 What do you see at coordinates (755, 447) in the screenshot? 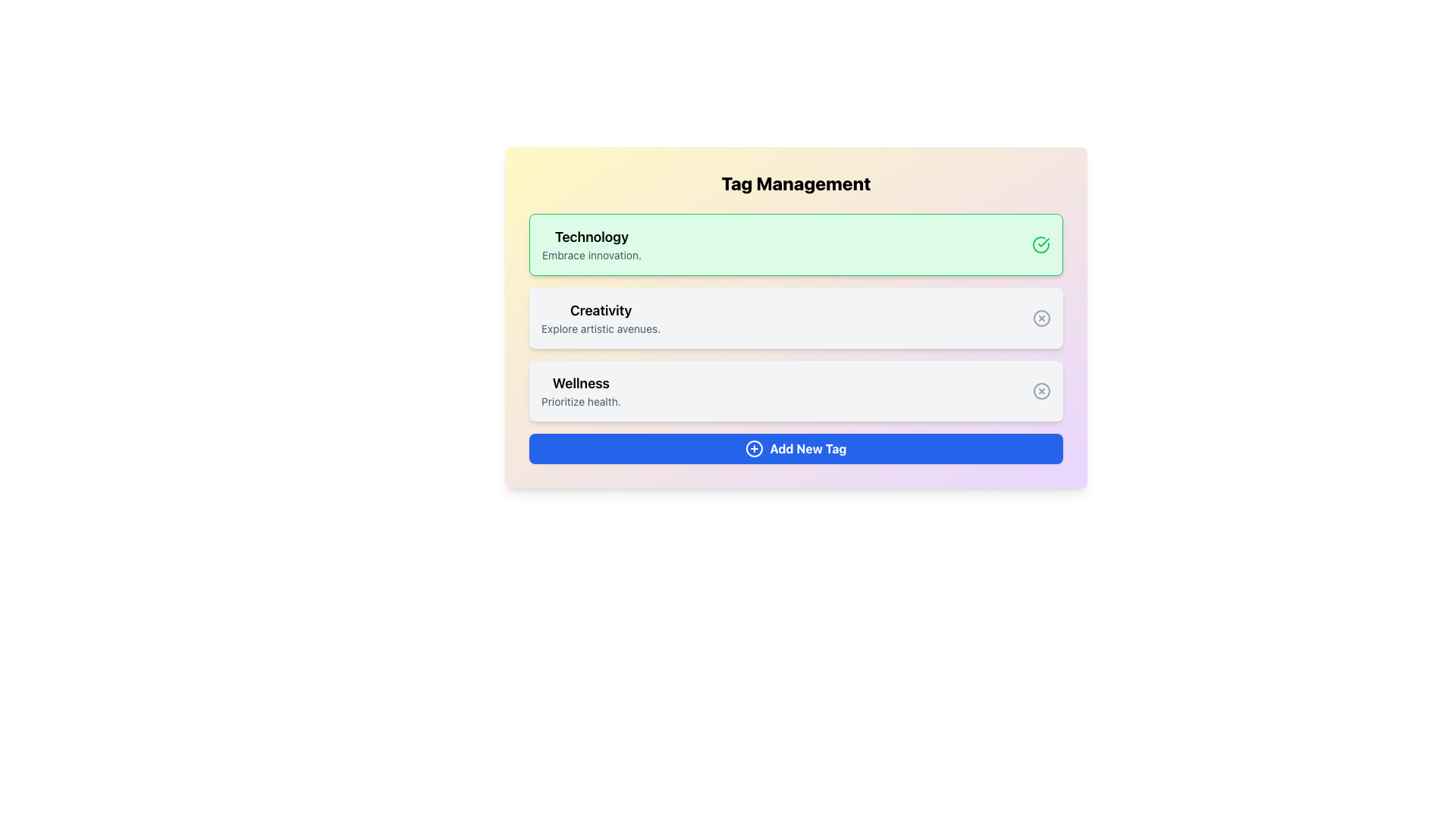
I see `the informational icon located on the left side of the blue 'Add New Tag' button at the bottom center of the interface` at bounding box center [755, 447].